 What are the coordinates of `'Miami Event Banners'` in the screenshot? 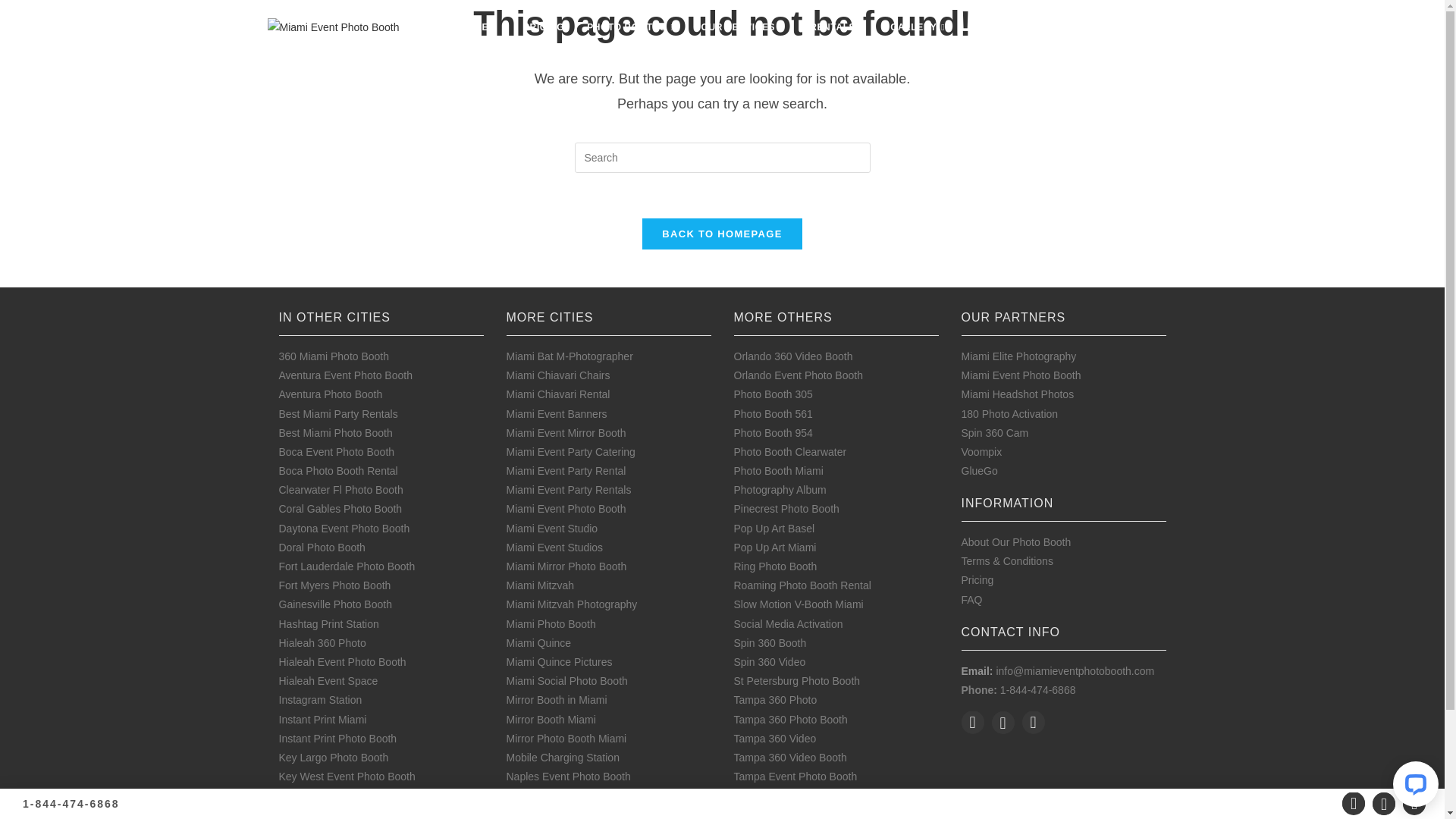 It's located at (556, 414).